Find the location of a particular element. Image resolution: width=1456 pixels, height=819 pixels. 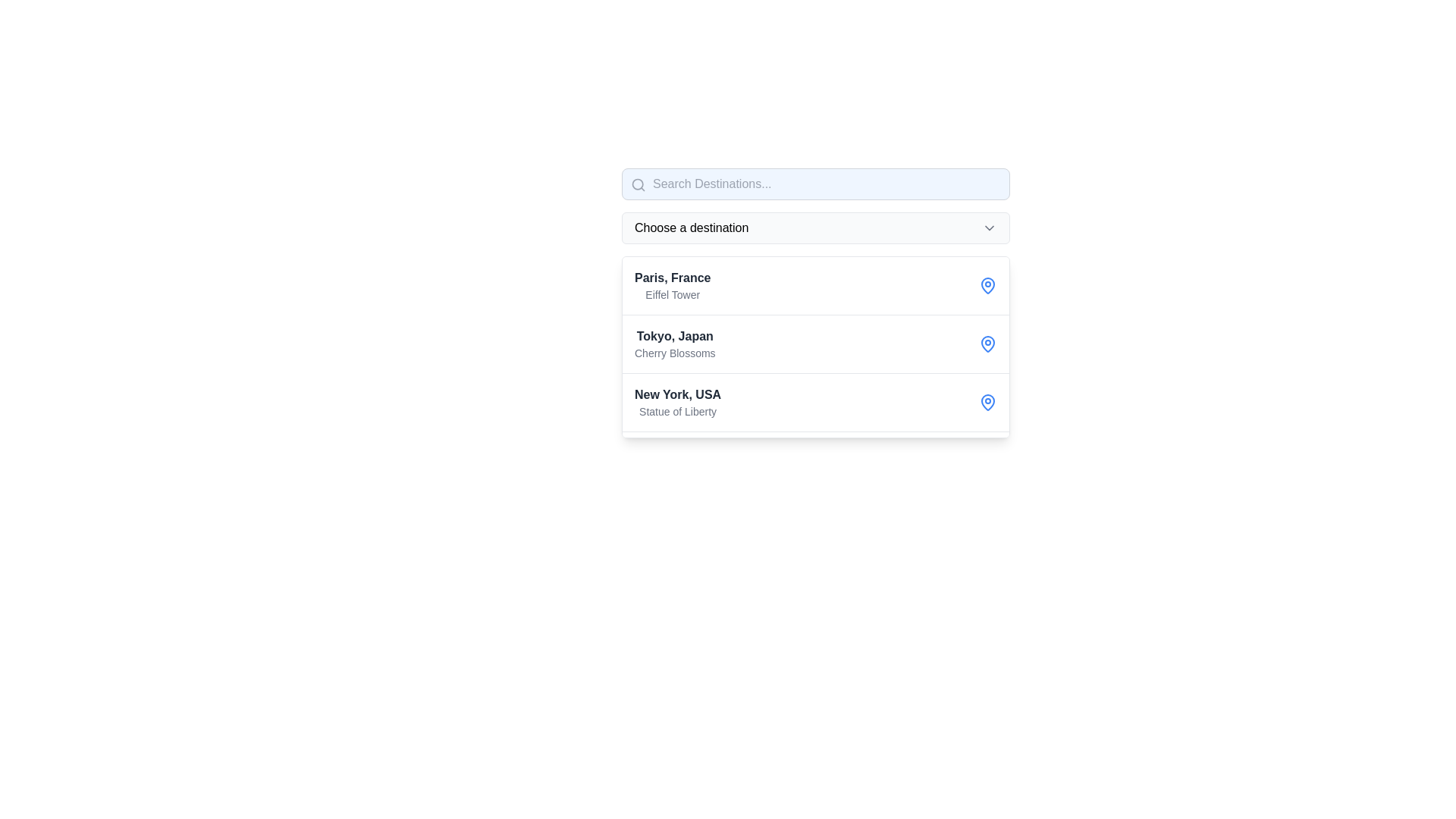

the downward-facing chevron icon located at the far right of the 'Choose a destination' field is located at coordinates (990, 227).